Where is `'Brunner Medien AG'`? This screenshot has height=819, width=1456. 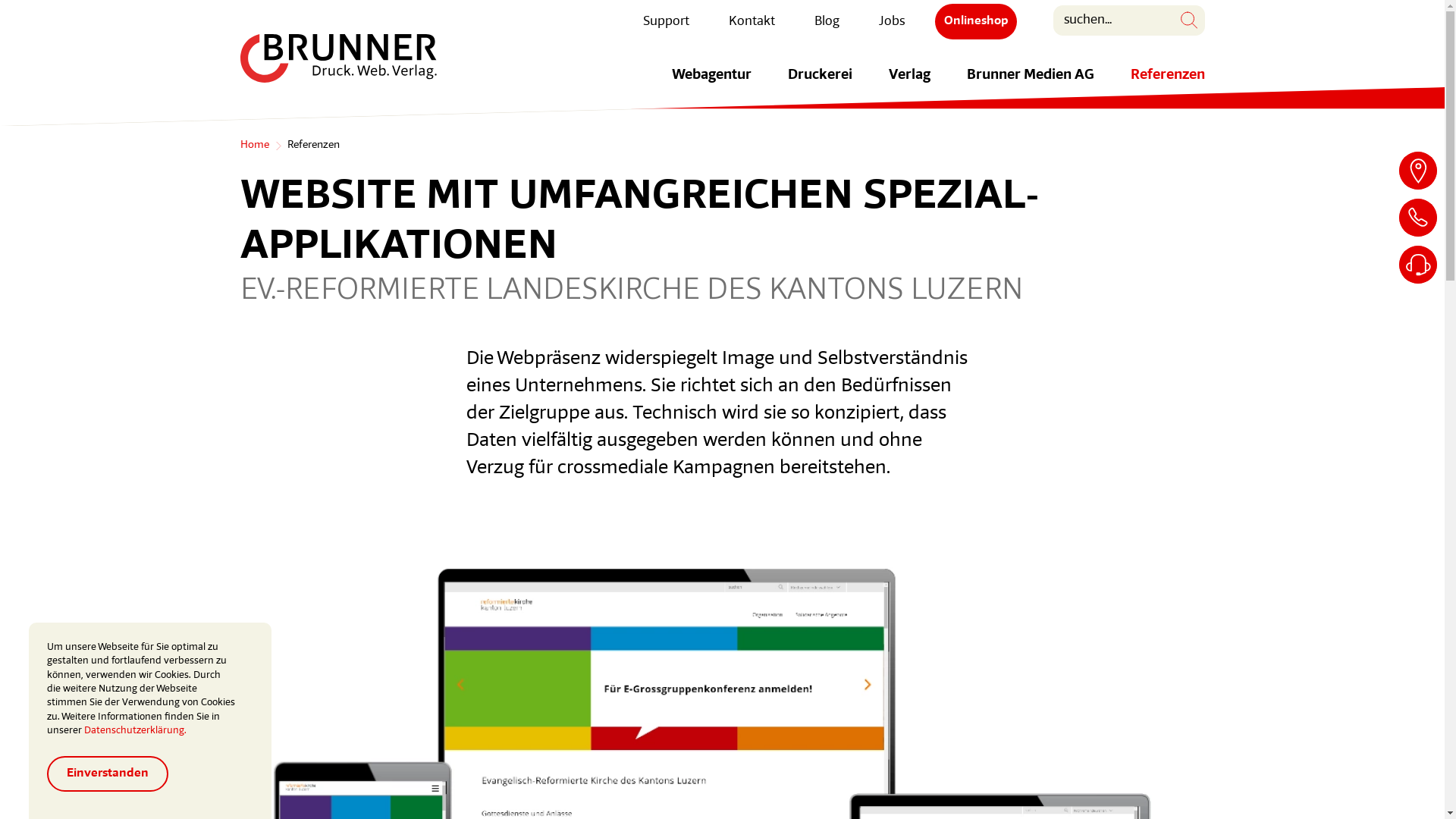
'Brunner Medien AG' is located at coordinates (1030, 84).